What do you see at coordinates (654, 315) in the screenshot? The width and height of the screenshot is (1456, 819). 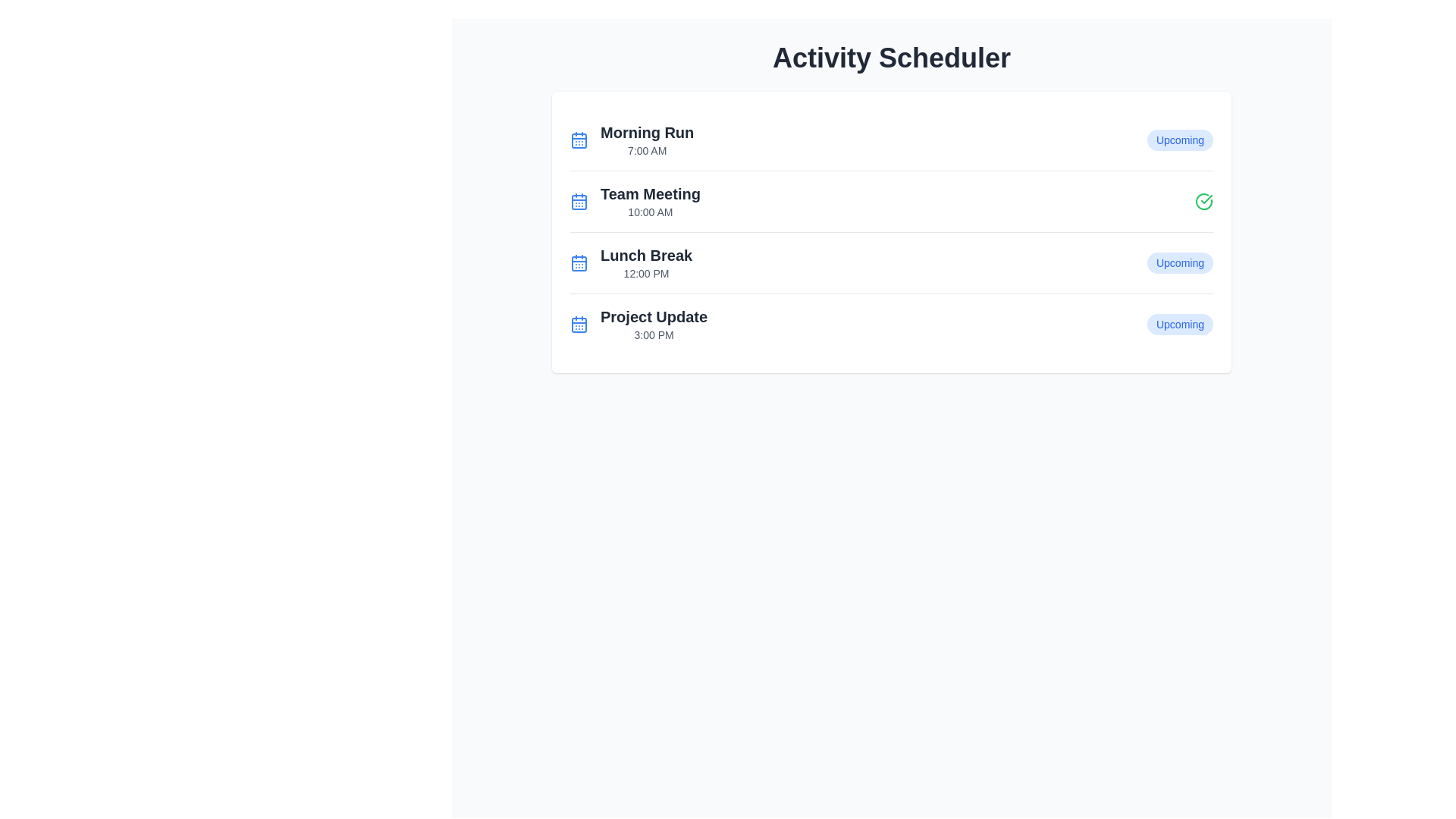 I see `the 'Project Update' text label, which is a large, bold, dark gray font title in the fourth row of scheduled activities` at bounding box center [654, 315].